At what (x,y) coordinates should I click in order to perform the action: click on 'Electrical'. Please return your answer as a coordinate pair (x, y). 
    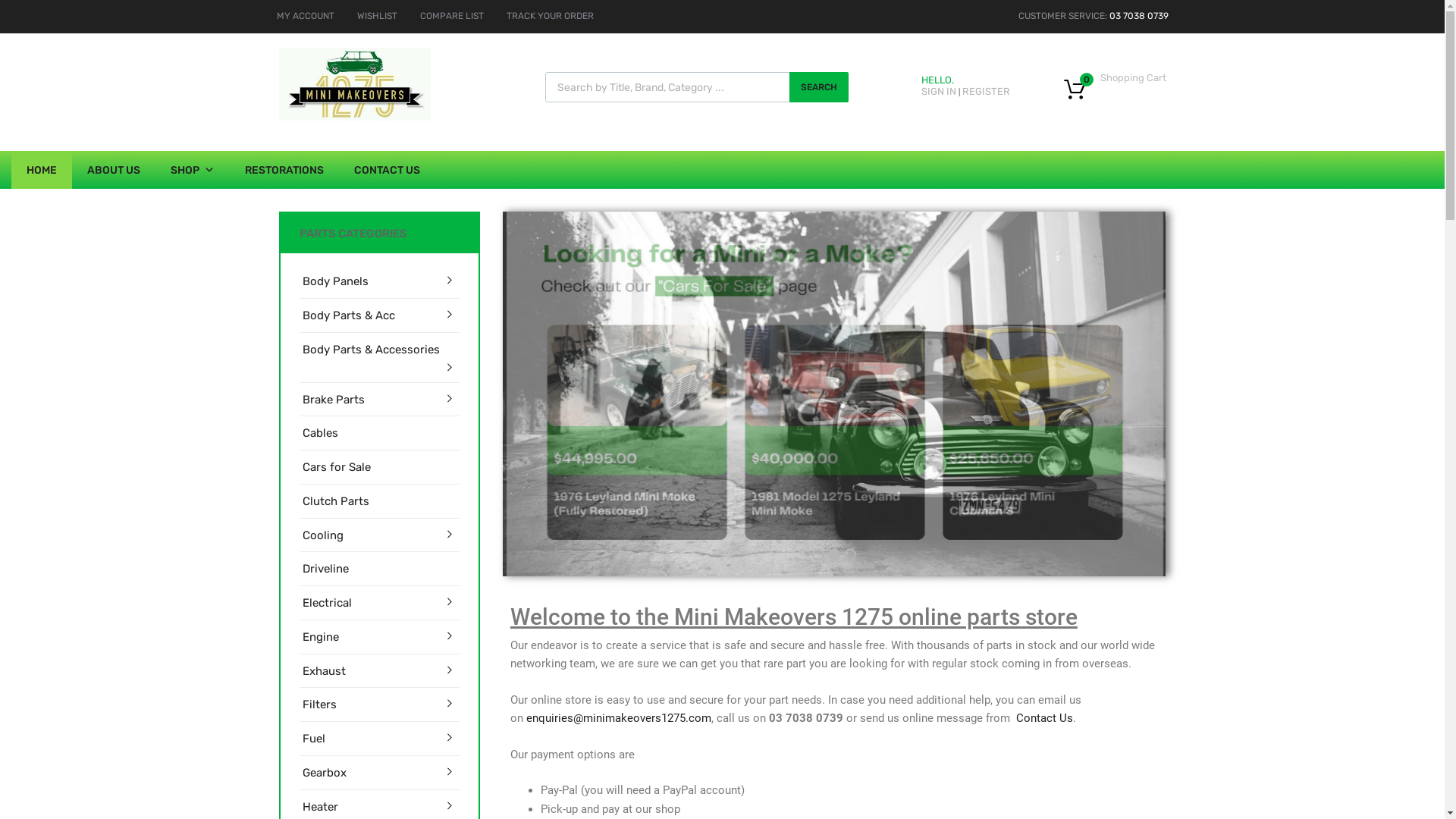
    Looking at the image, I should click on (325, 602).